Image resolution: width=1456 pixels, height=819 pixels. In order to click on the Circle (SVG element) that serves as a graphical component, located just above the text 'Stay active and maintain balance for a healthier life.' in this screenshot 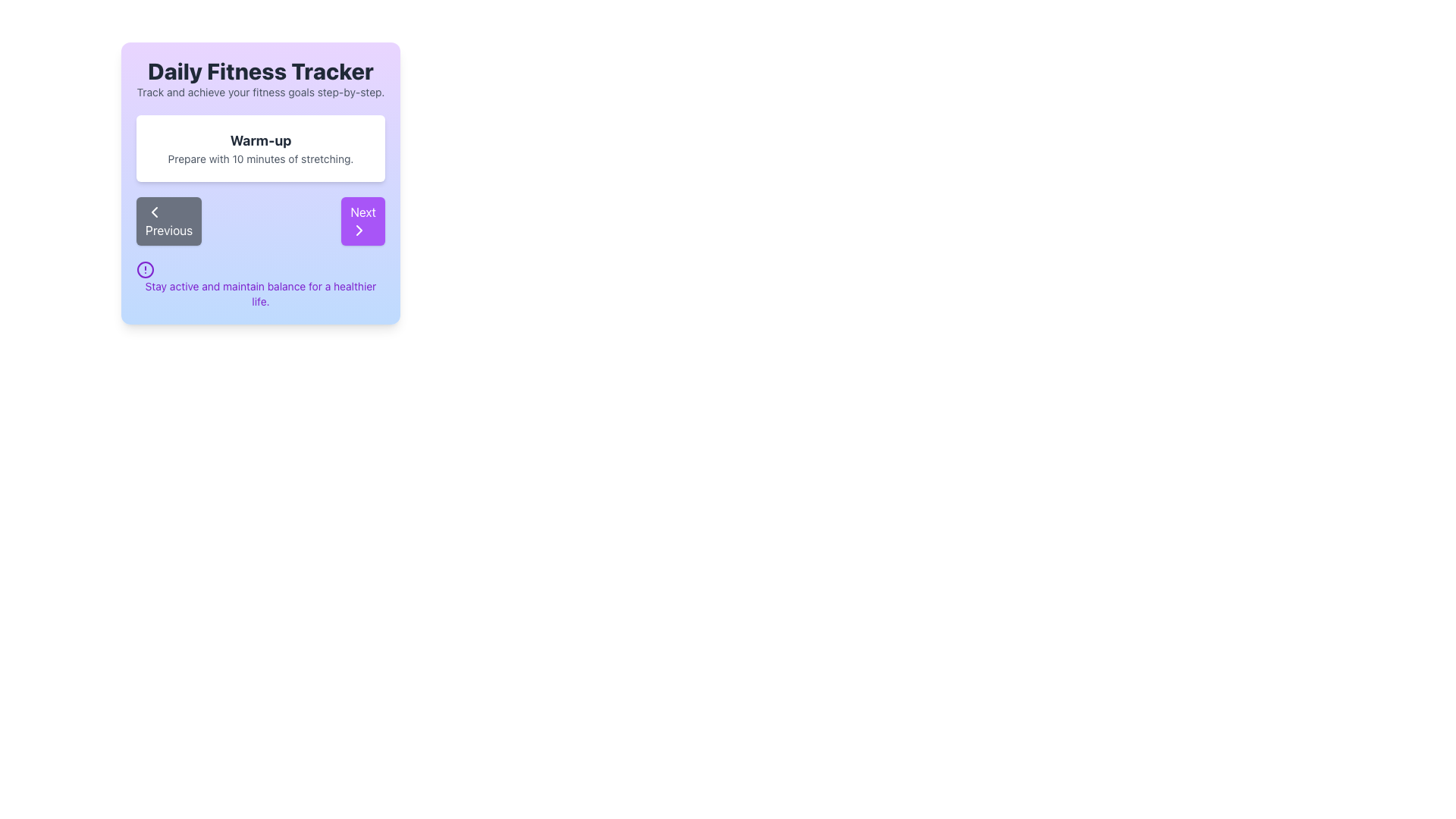, I will do `click(146, 268)`.